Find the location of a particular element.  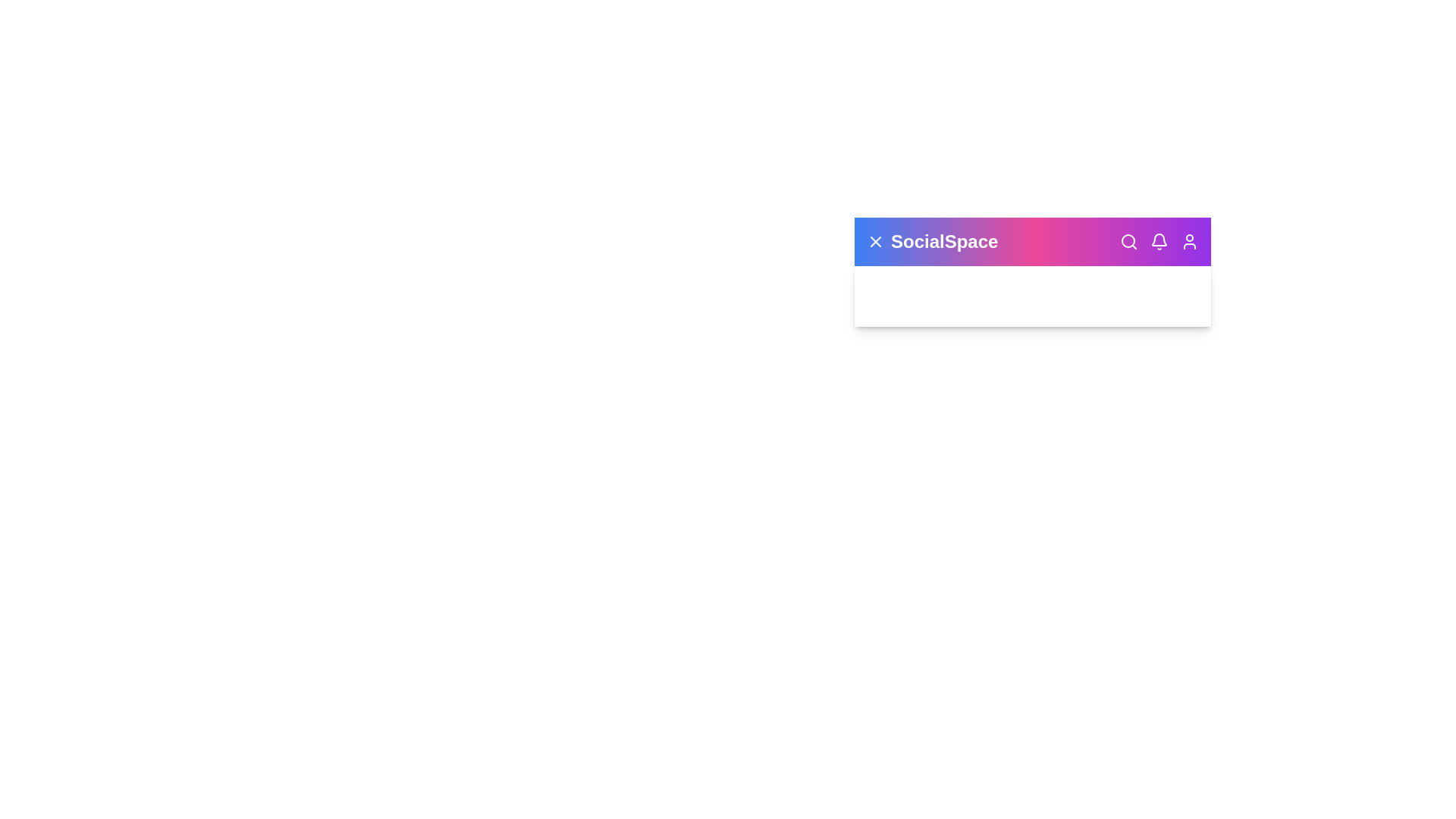

the notifications icon to interact with it is located at coordinates (1159, 241).